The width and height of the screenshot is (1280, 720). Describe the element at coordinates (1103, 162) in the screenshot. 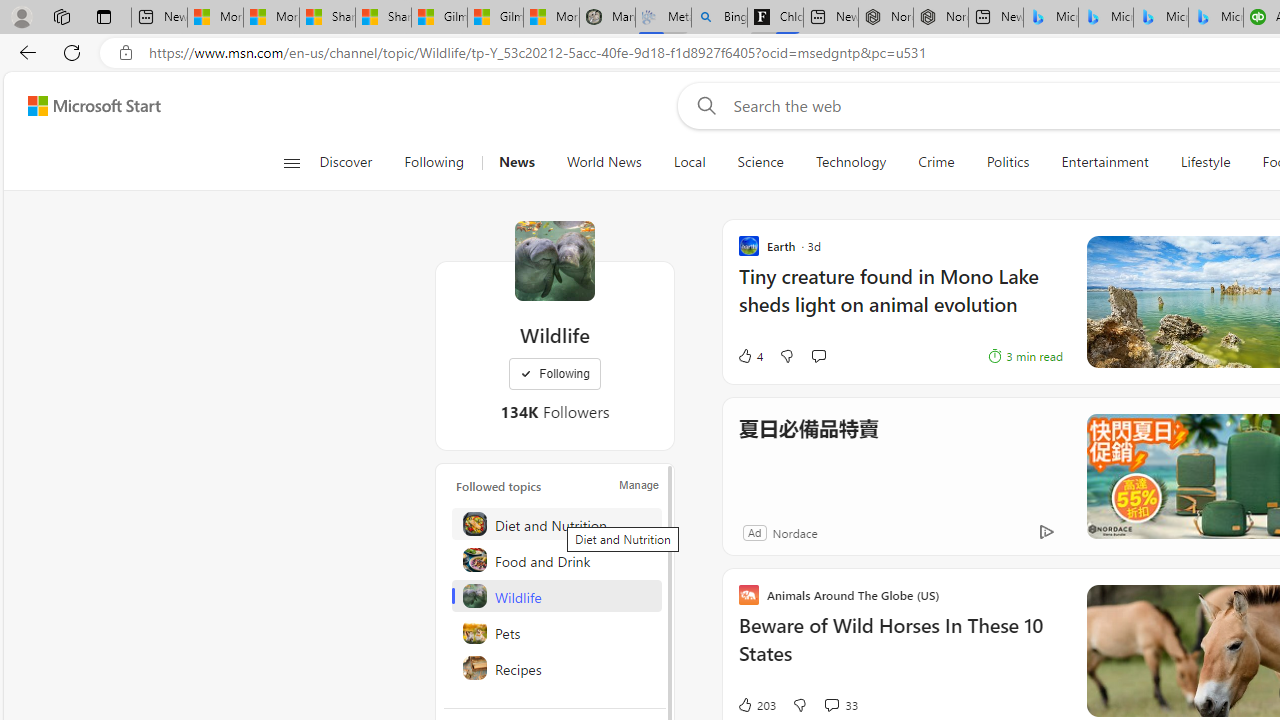

I see `'Entertainment'` at that location.